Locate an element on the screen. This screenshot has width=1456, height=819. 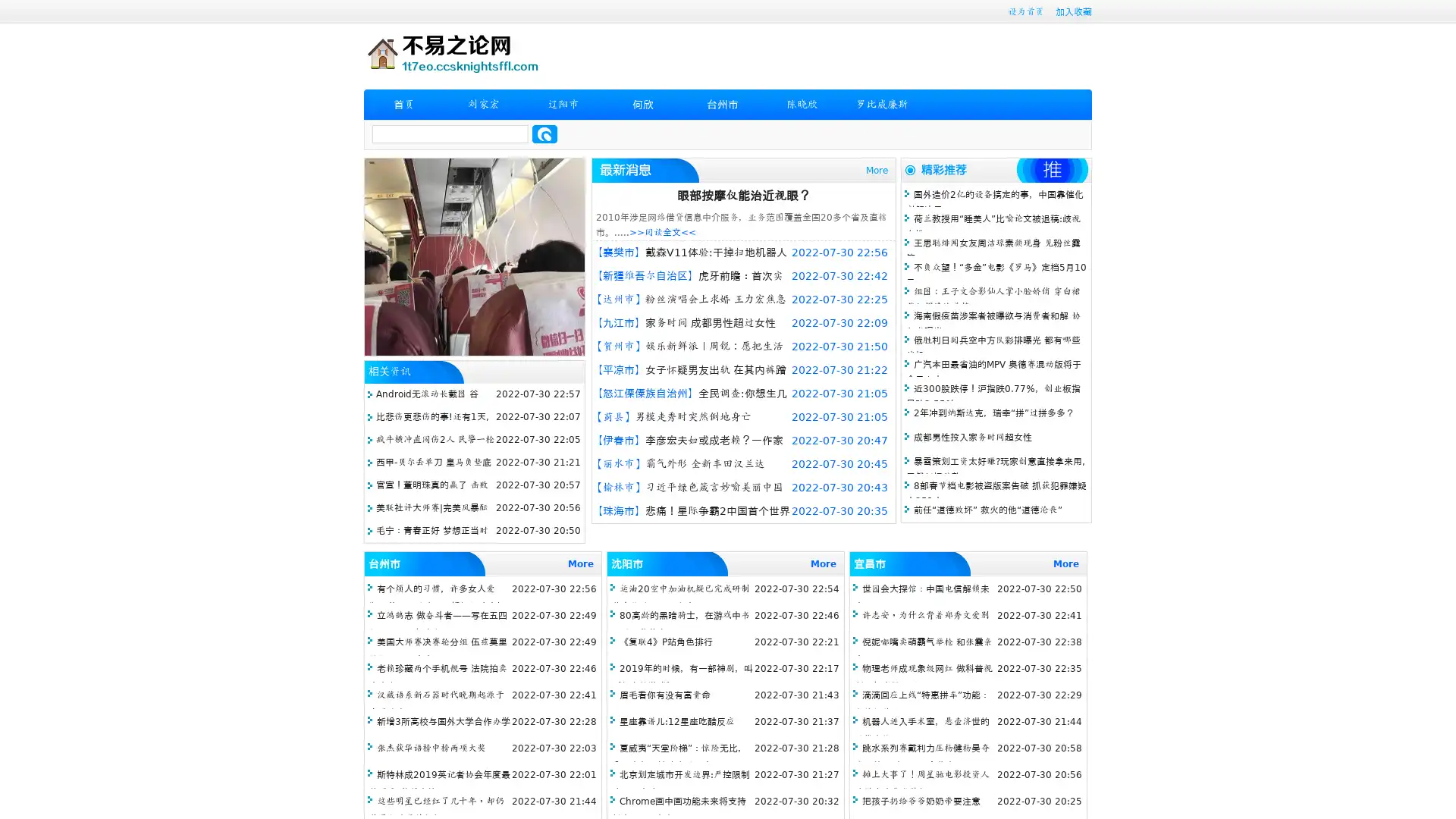
Search is located at coordinates (544, 133).